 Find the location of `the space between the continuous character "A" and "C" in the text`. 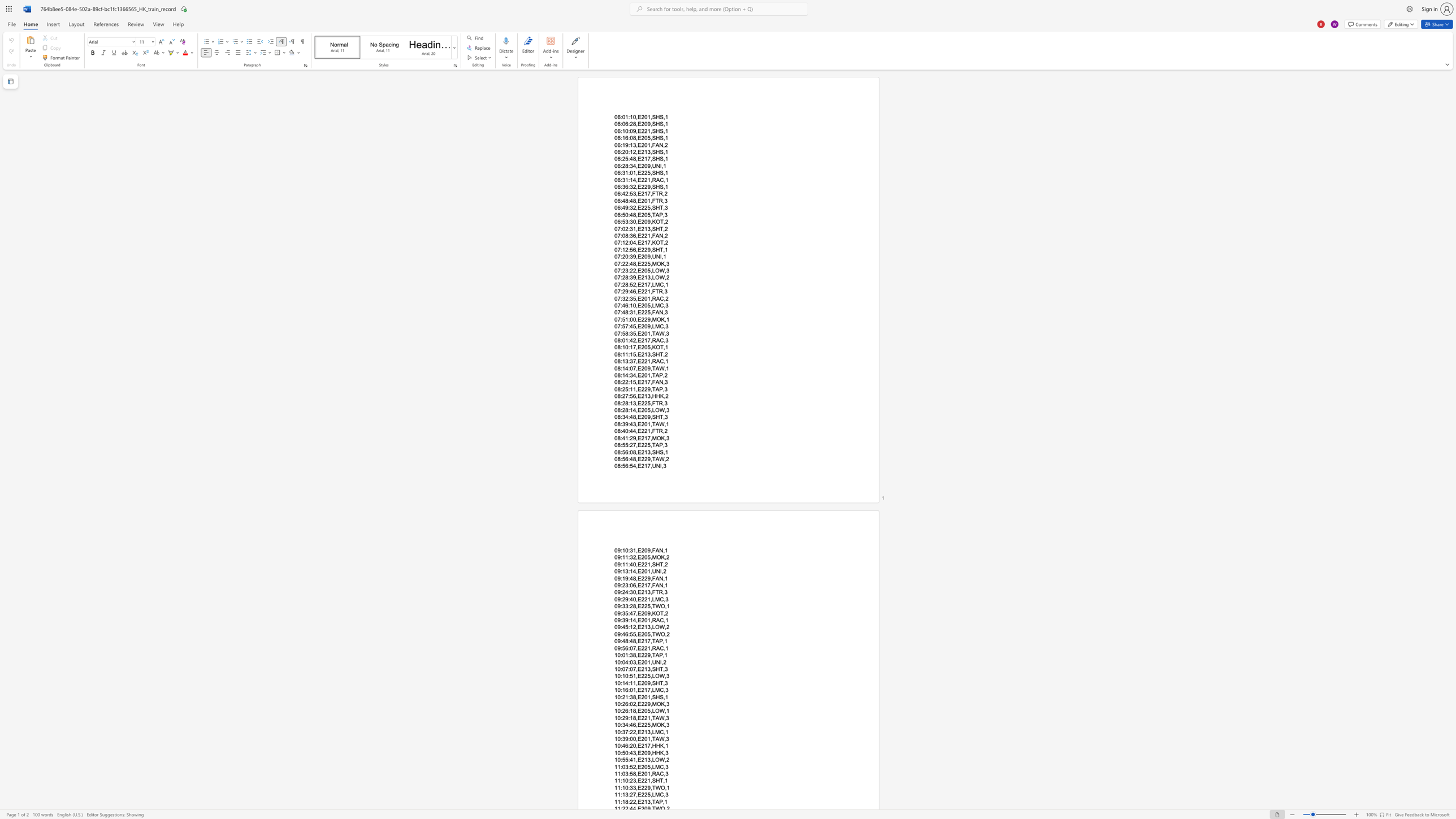

the space between the continuous character "A" and "C" in the text is located at coordinates (660, 619).